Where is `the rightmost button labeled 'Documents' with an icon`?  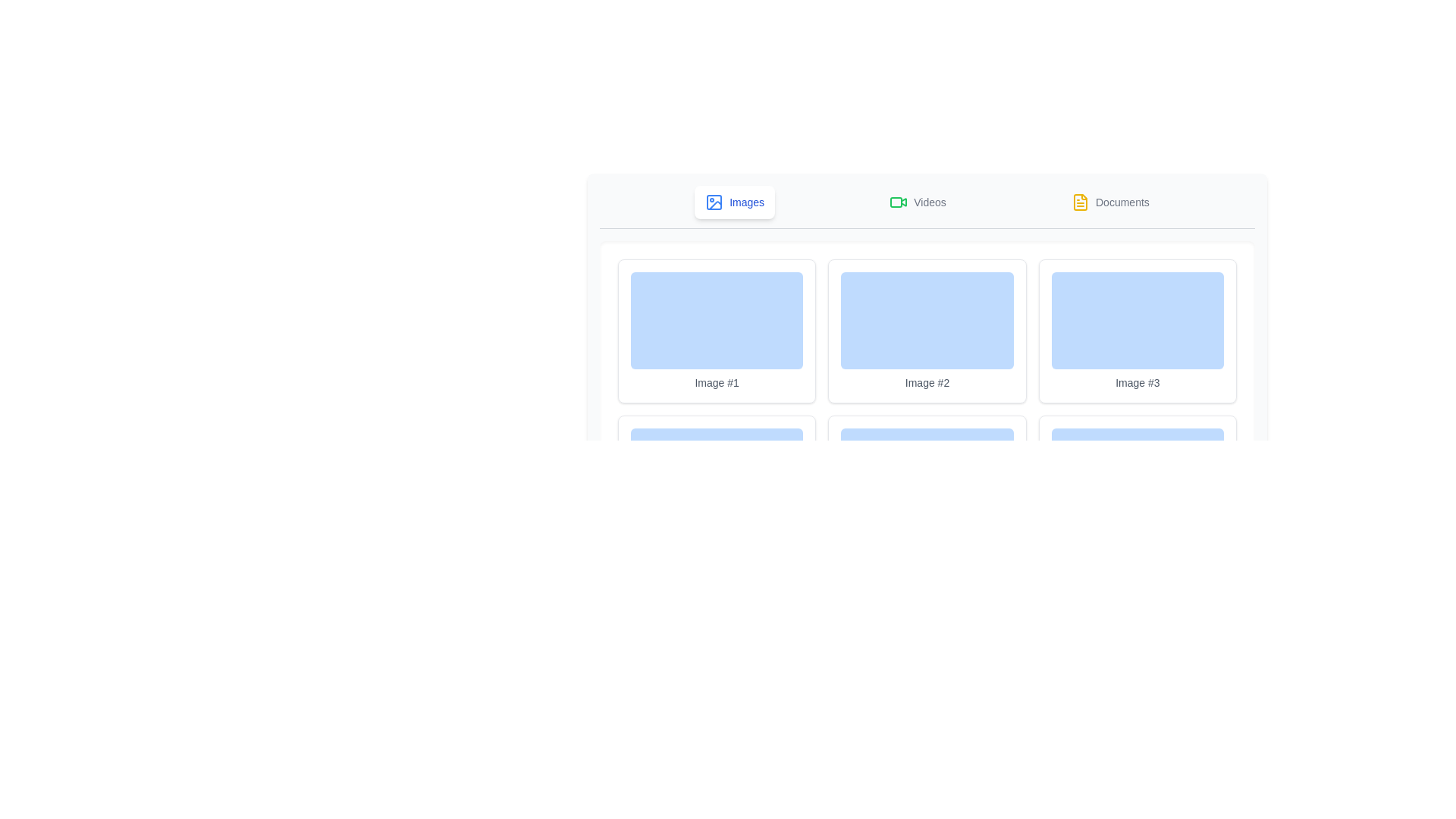
the rightmost button labeled 'Documents' with an icon is located at coordinates (1110, 201).